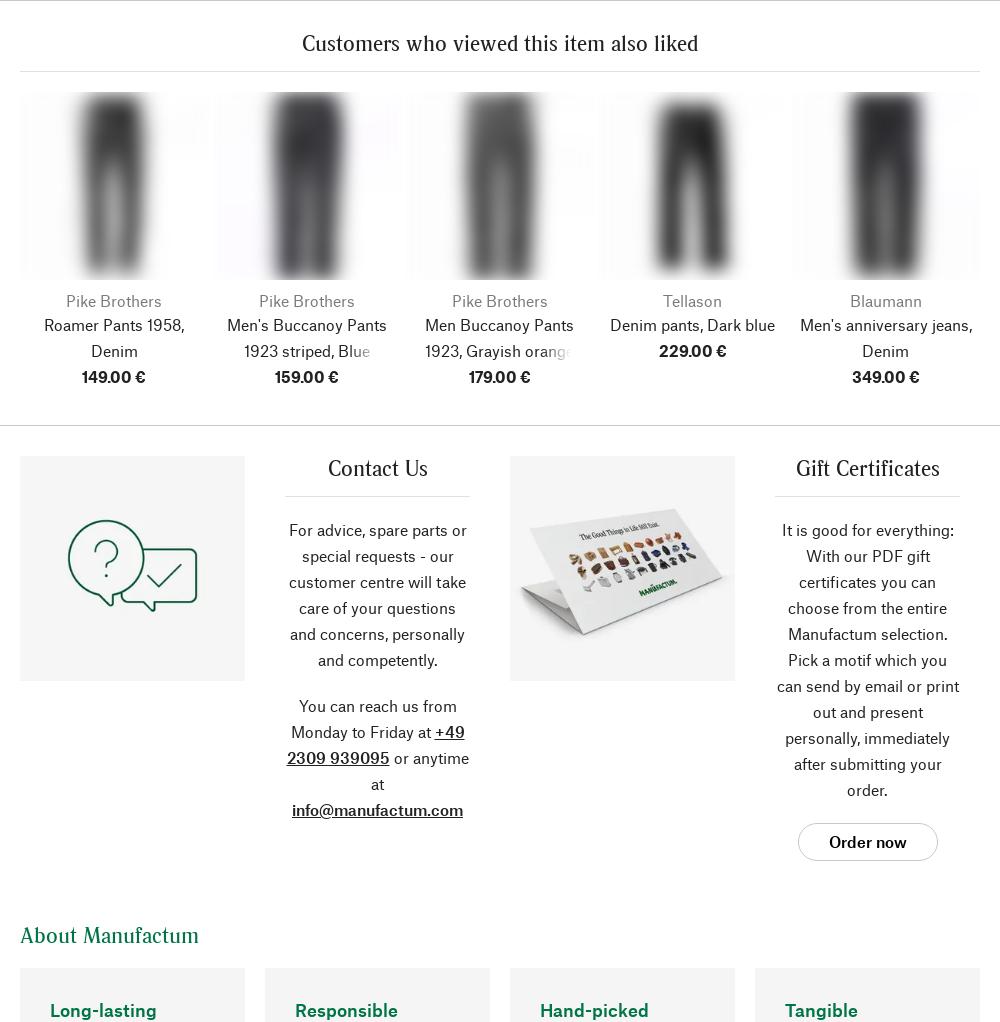 This screenshot has height=1022, width=1000. Describe the element at coordinates (290, 718) in the screenshot. I see `'You can reach us from Monday to Friday at'` at that location.